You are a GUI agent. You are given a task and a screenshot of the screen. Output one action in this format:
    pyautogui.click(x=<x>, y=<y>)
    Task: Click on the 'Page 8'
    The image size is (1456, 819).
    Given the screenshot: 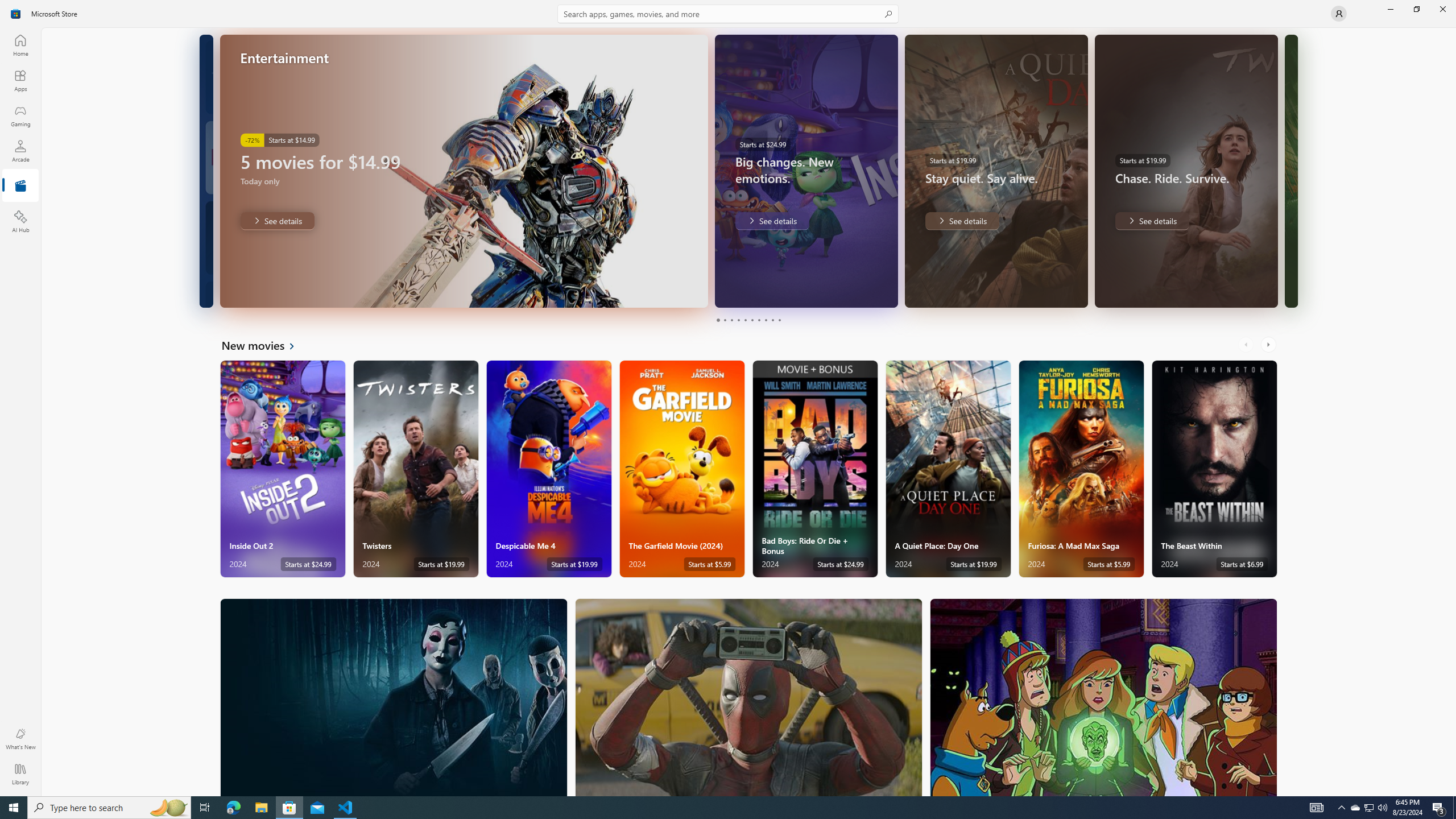 What is the action you would take?
    pyautogui.click(x=765, y=320)
    